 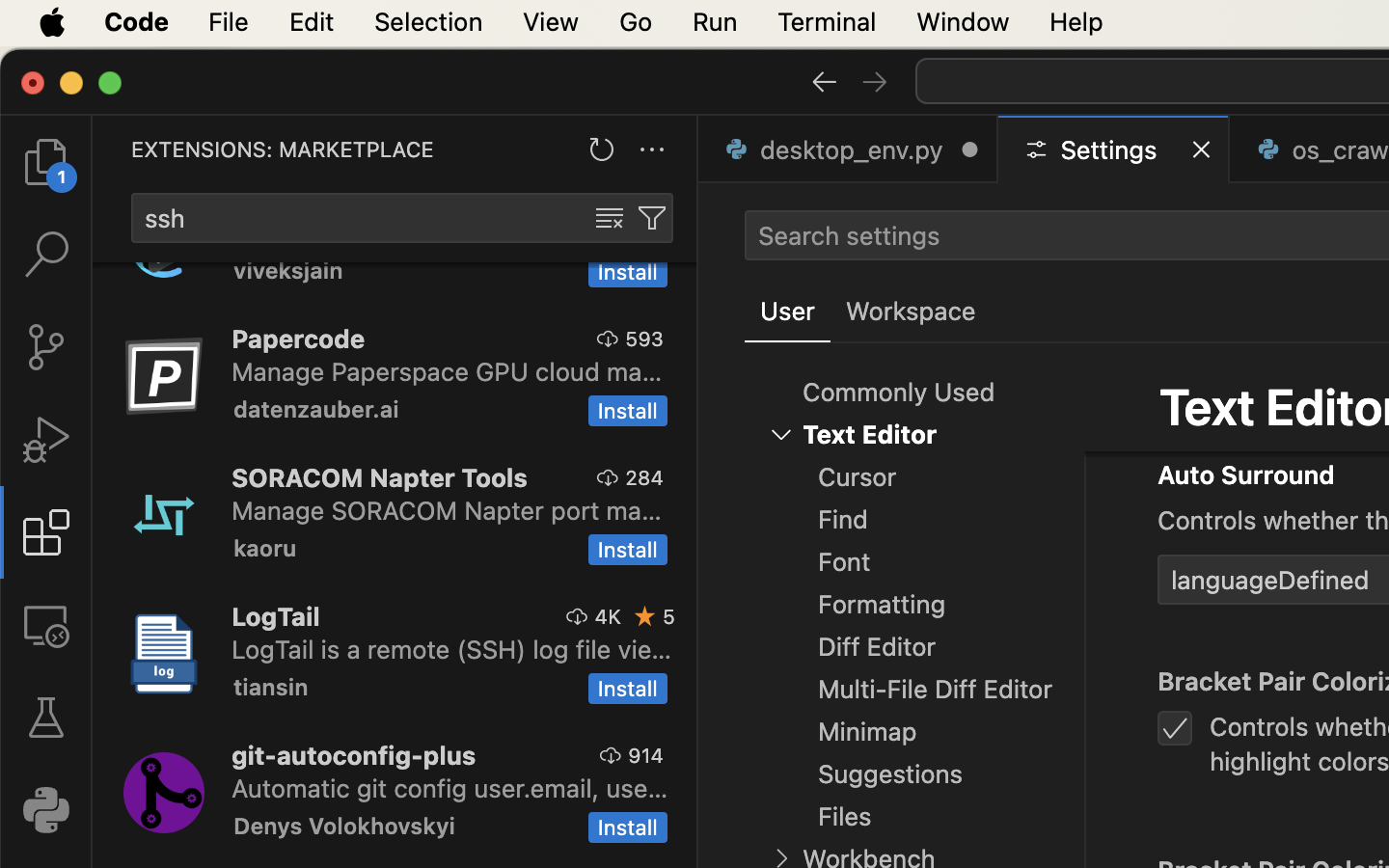 I want to click on 'LogTail', so click(x=274, y=616).